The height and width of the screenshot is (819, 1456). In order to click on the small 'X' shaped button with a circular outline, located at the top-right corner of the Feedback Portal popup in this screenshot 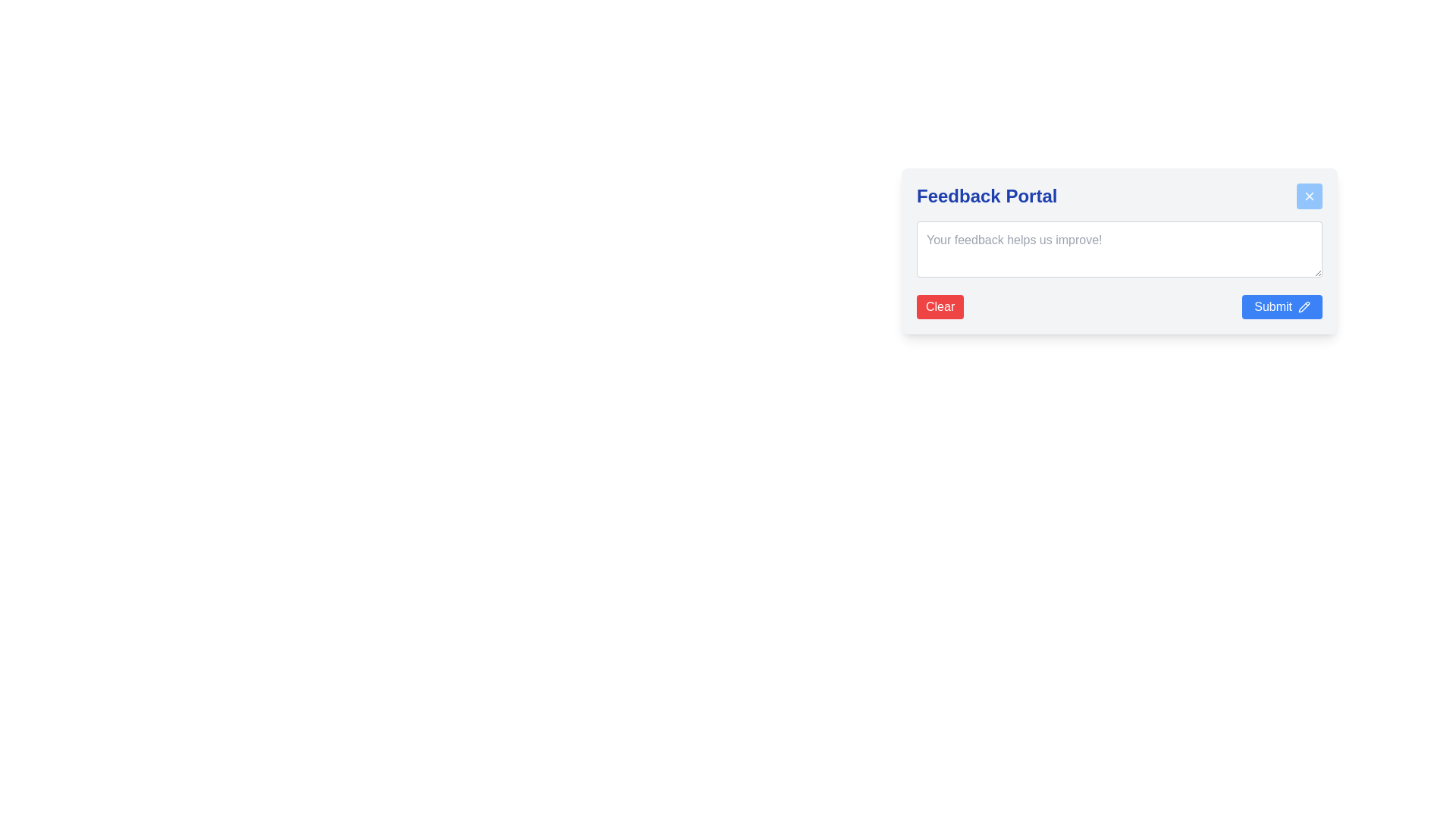, I will do `click(1309, 195)`.